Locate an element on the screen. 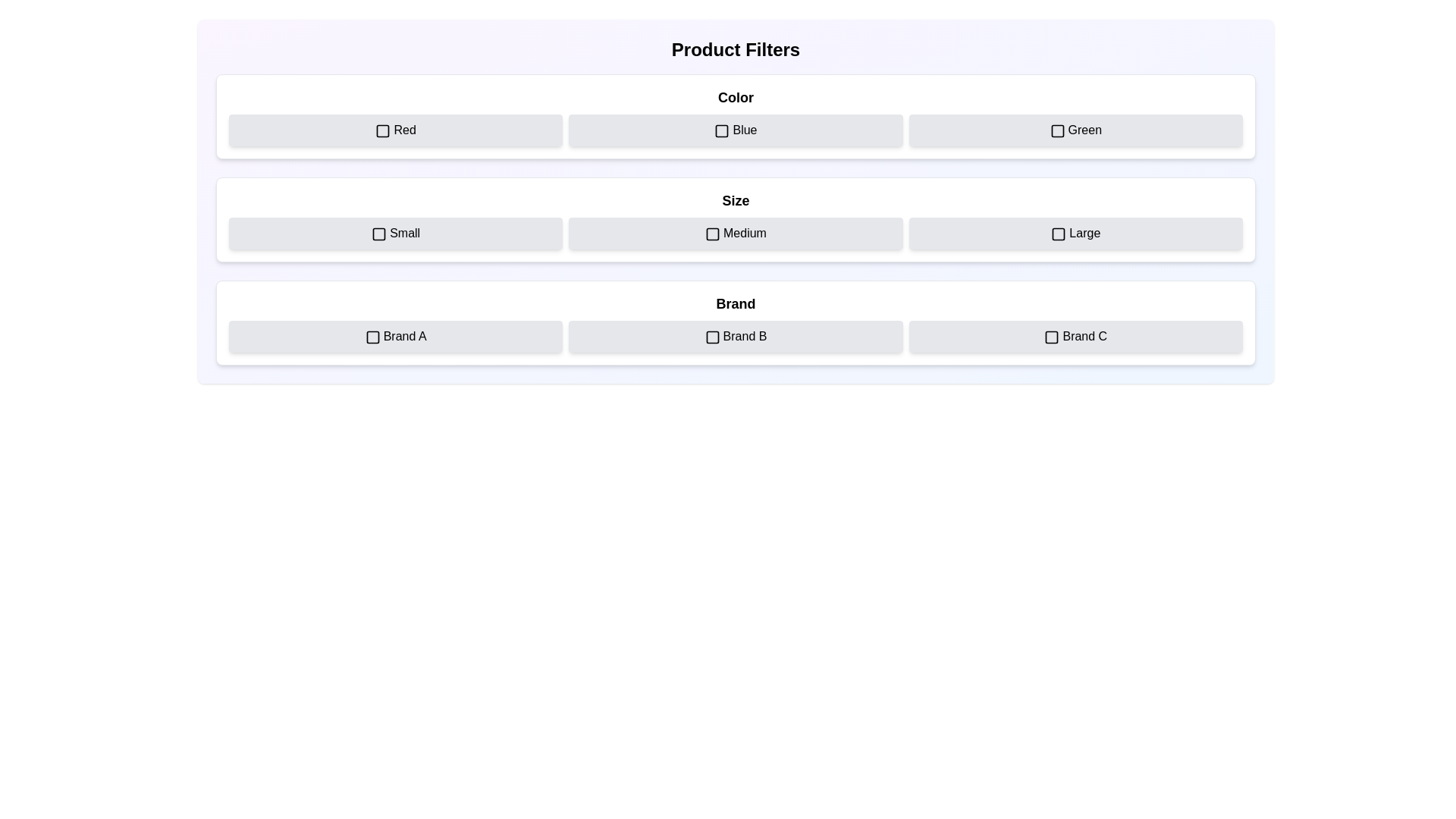 The width and height of the screenshot is (1456, 819). the checkbox labeled 'Blue' in the filter list is located at coordinates (736, 130).